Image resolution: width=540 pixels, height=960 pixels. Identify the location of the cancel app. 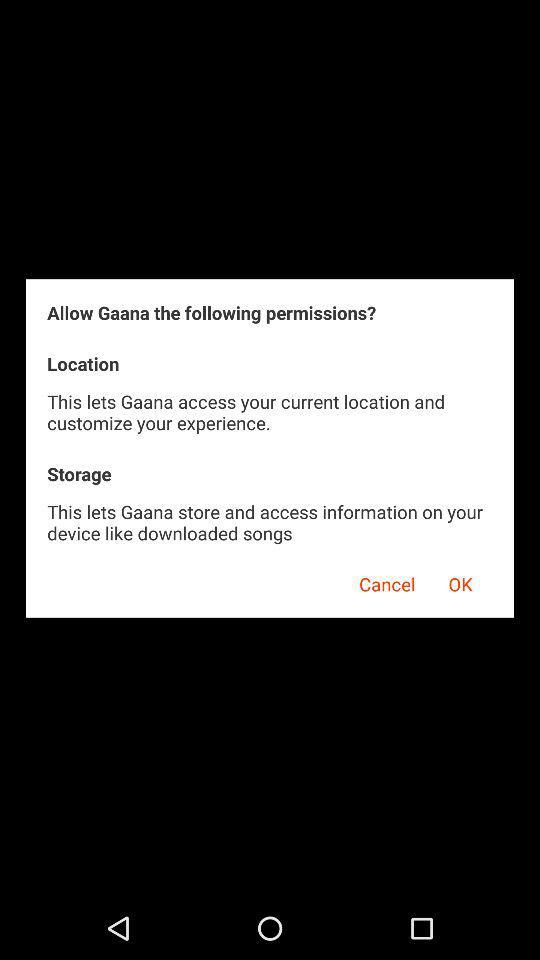
(380, 581).